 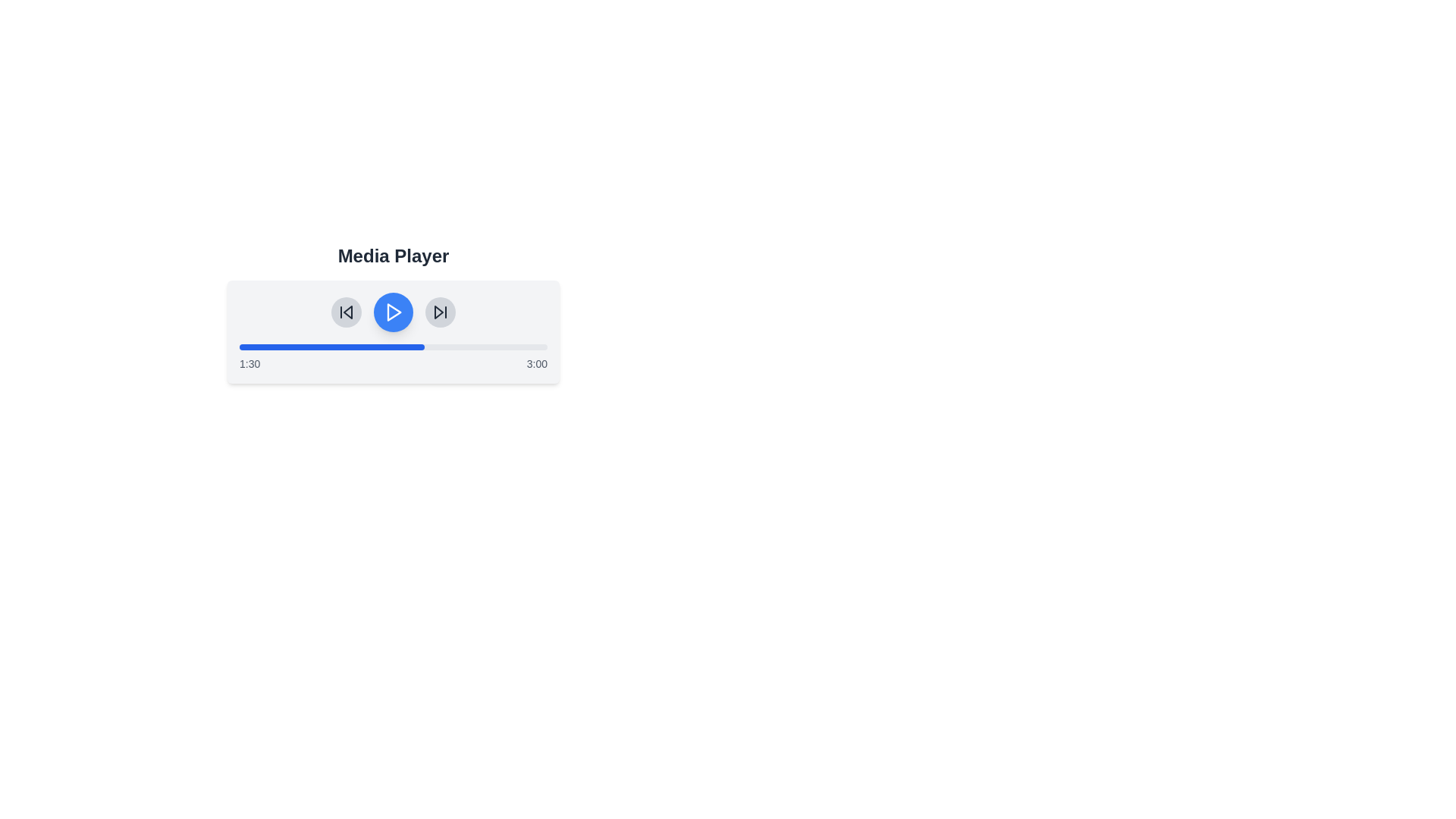 What do you see at coordinates (249, 363) in the screenshot?
I see `the plain text displaying '1:30' located at the bottom-left corner of the media player's progress bar` at bounding box center [249, 363].